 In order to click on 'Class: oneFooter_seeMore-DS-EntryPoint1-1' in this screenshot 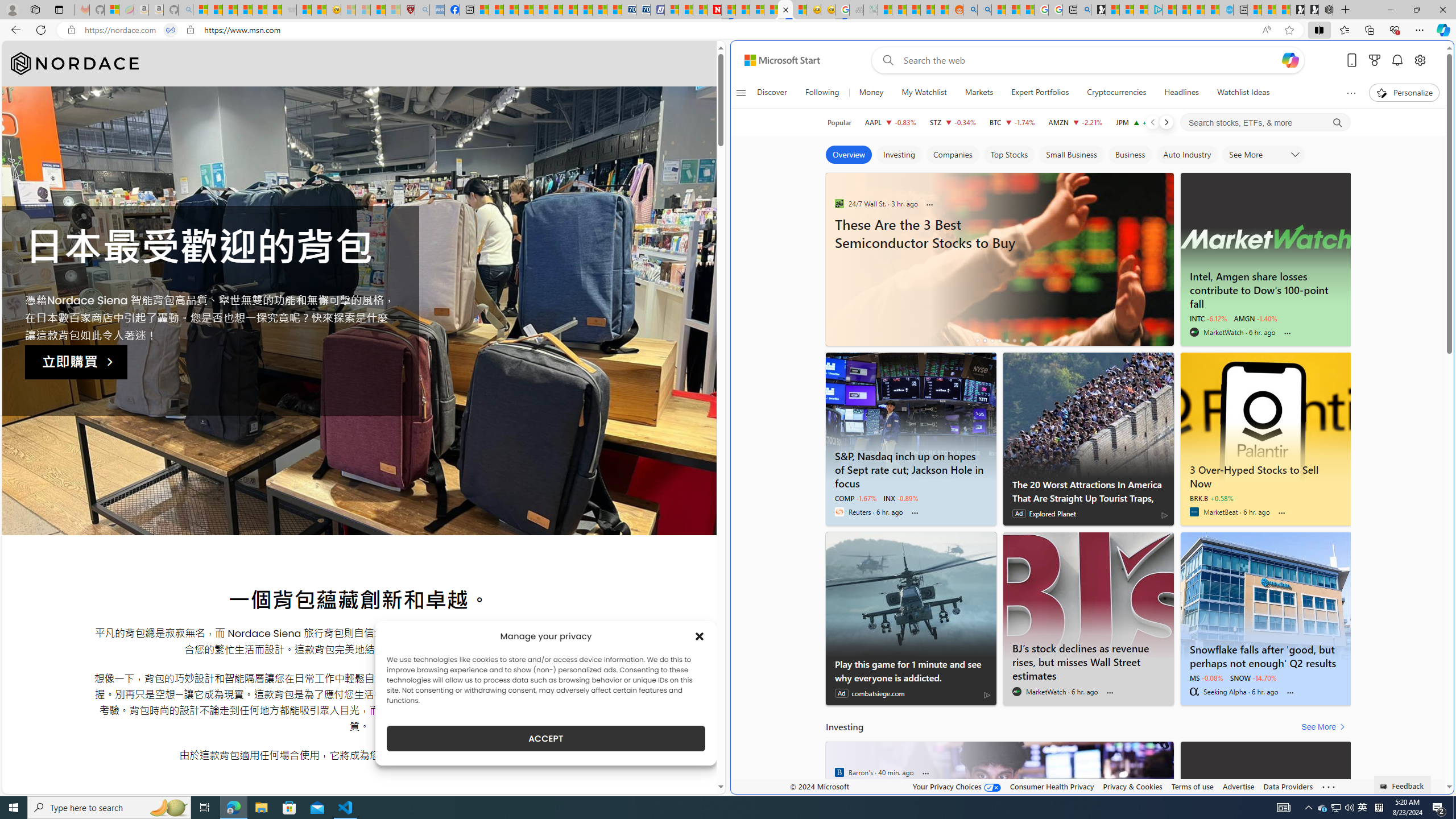, I will do `click(1328, 786)`.